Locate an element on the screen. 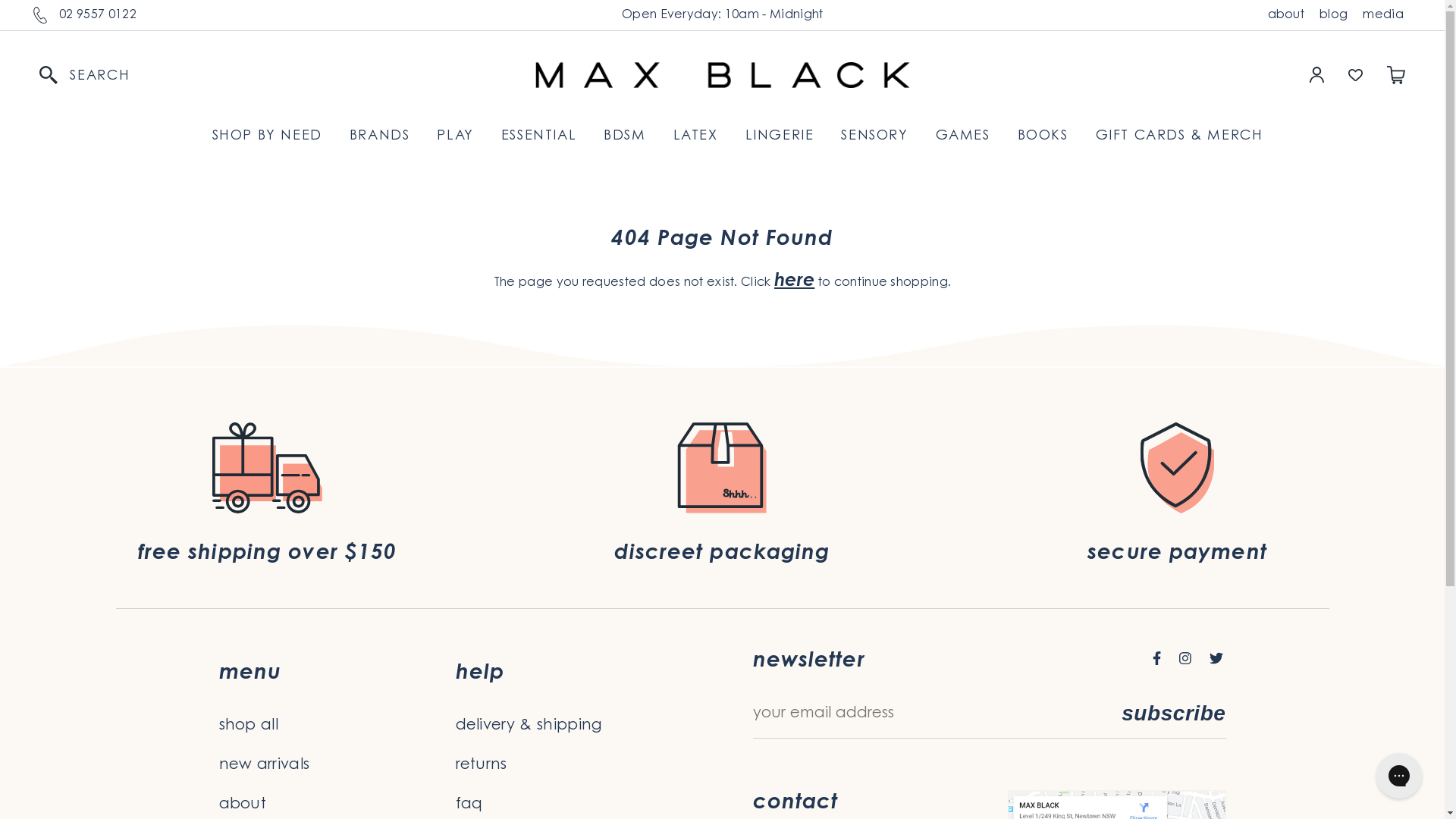  'BOOKS' is located at coordinates (1042, 136).